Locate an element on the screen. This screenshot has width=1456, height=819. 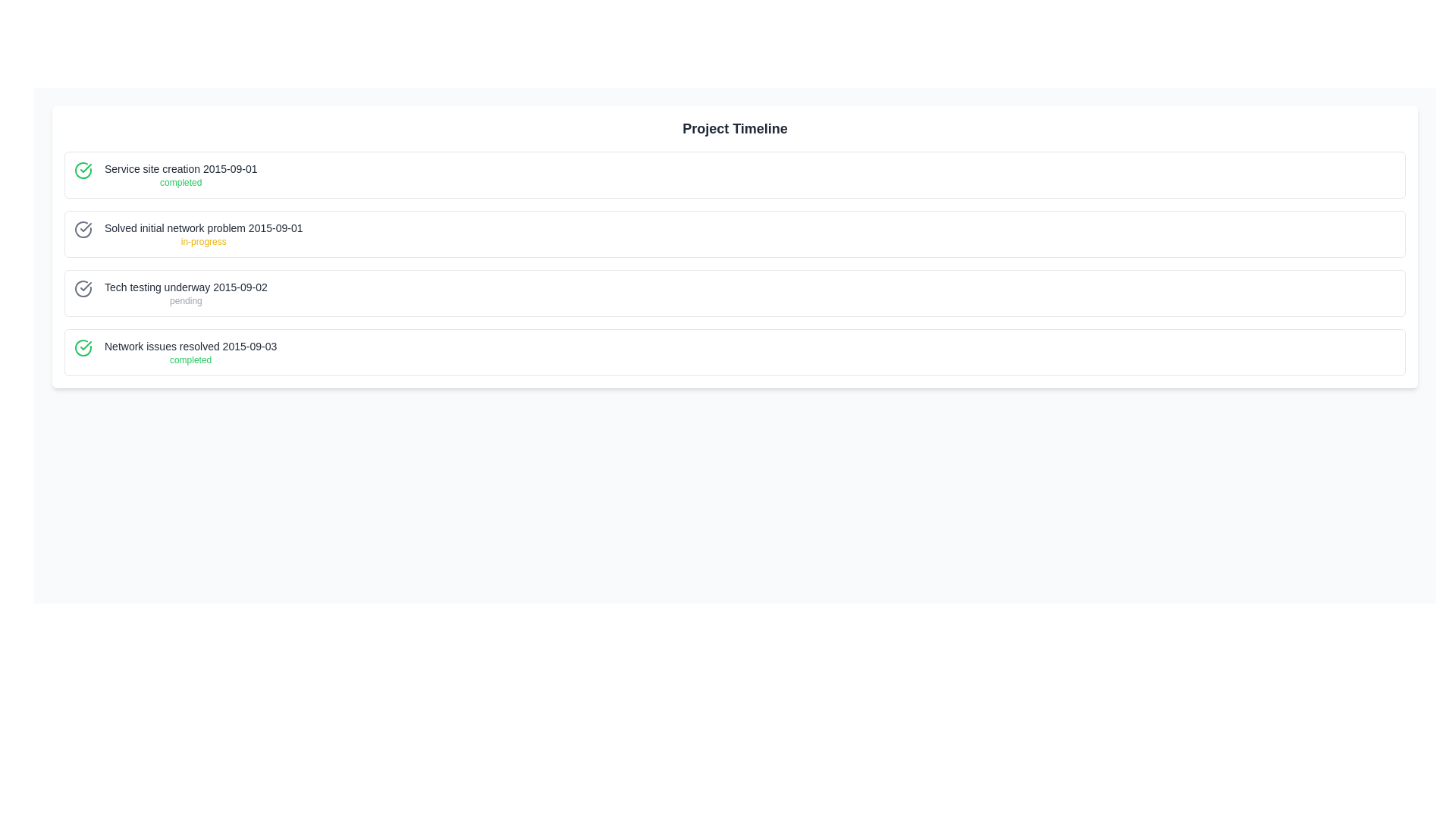
status label displaying 'pending', which is a small gray text label located directly below the larger text 'Tech testing underway 2015-09-02' in the third entry of a vertical list of status items is located at coordinates (185, 301).